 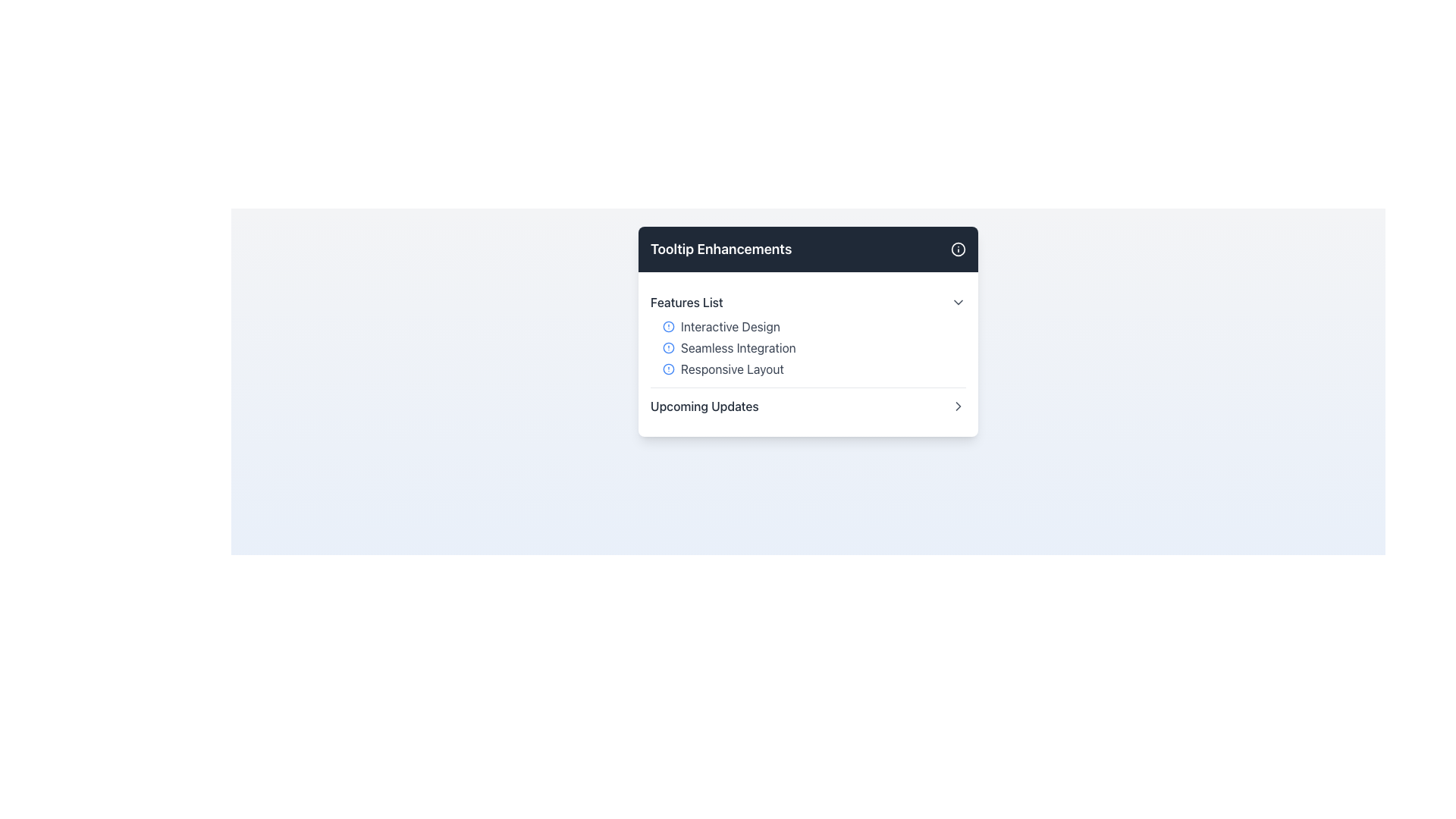 I want to click on the last interactive list item labeled 'Upcoming Updates' in the 'Features List' section, so click(x=807, y=405).